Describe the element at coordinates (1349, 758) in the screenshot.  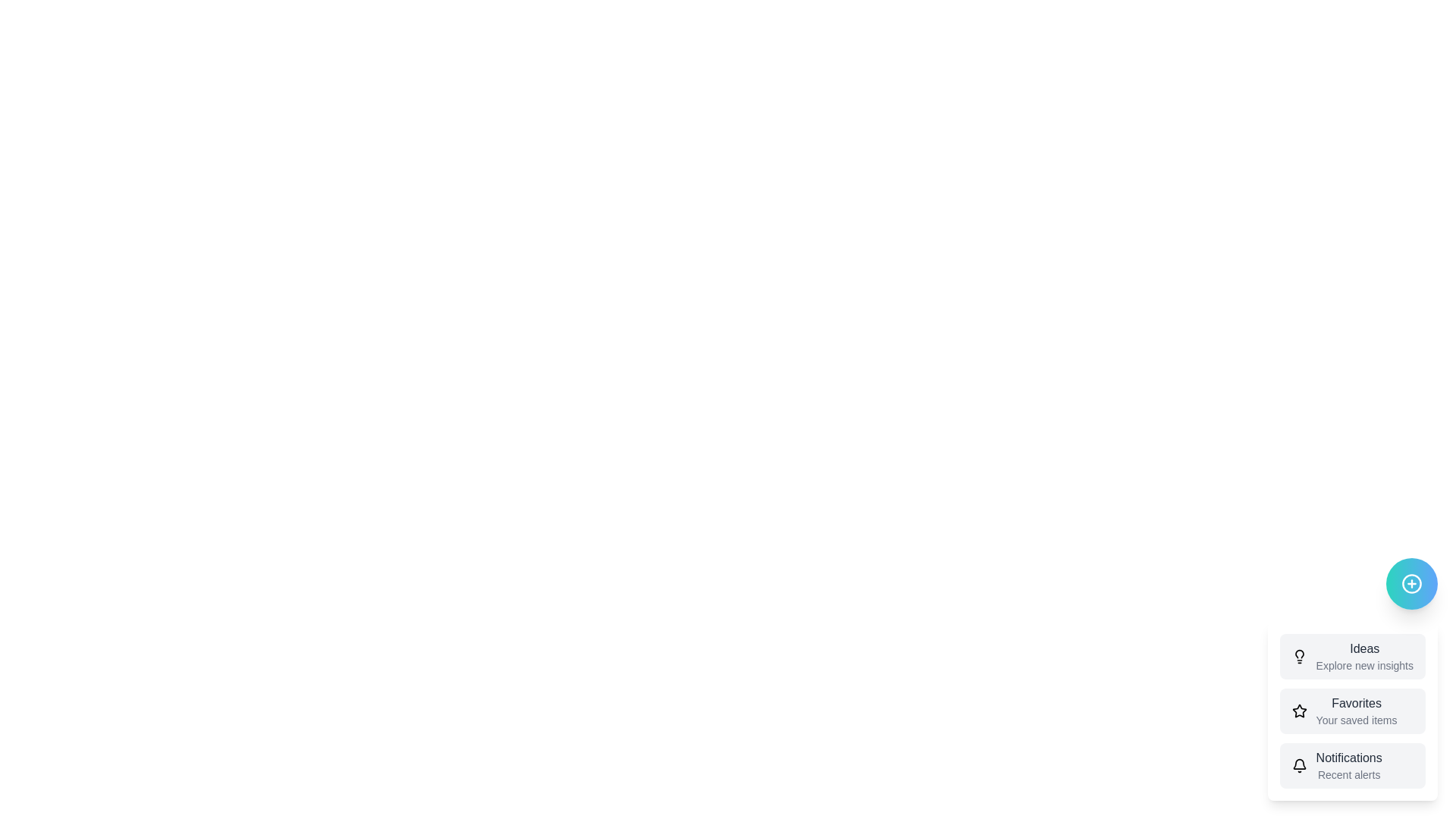
I see `the 'Notifications' text label, which serves as a section header for the notifications panel, located in the right-side menu beneath the 'Ideas' and 'Favorites' icons` at that location.